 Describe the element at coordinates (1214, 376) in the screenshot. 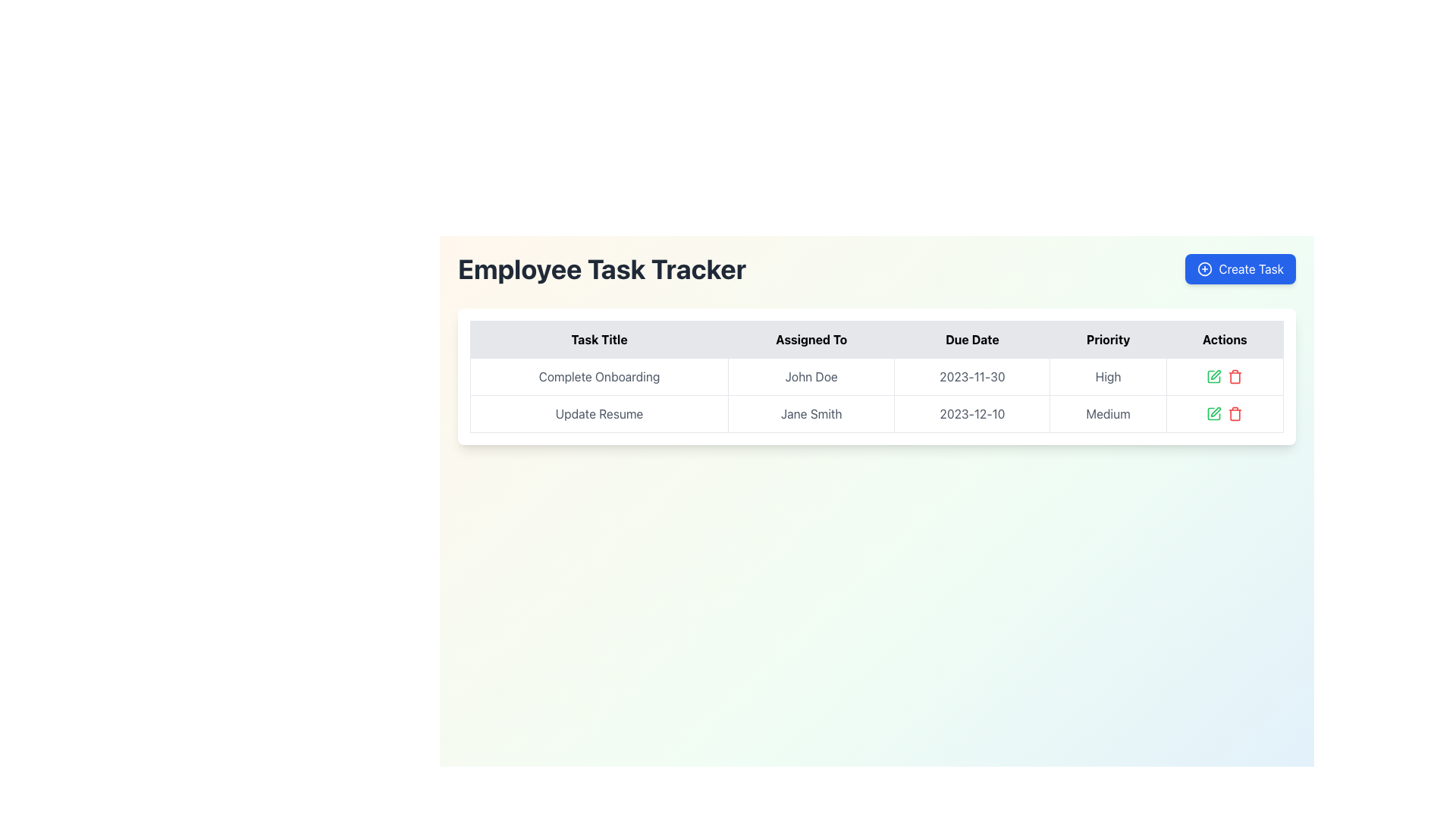

I see `the left part of the square with a pen overlay icon in the 'Actions' column of the second row, adjacent to the 'Update Resume' task` at that location.